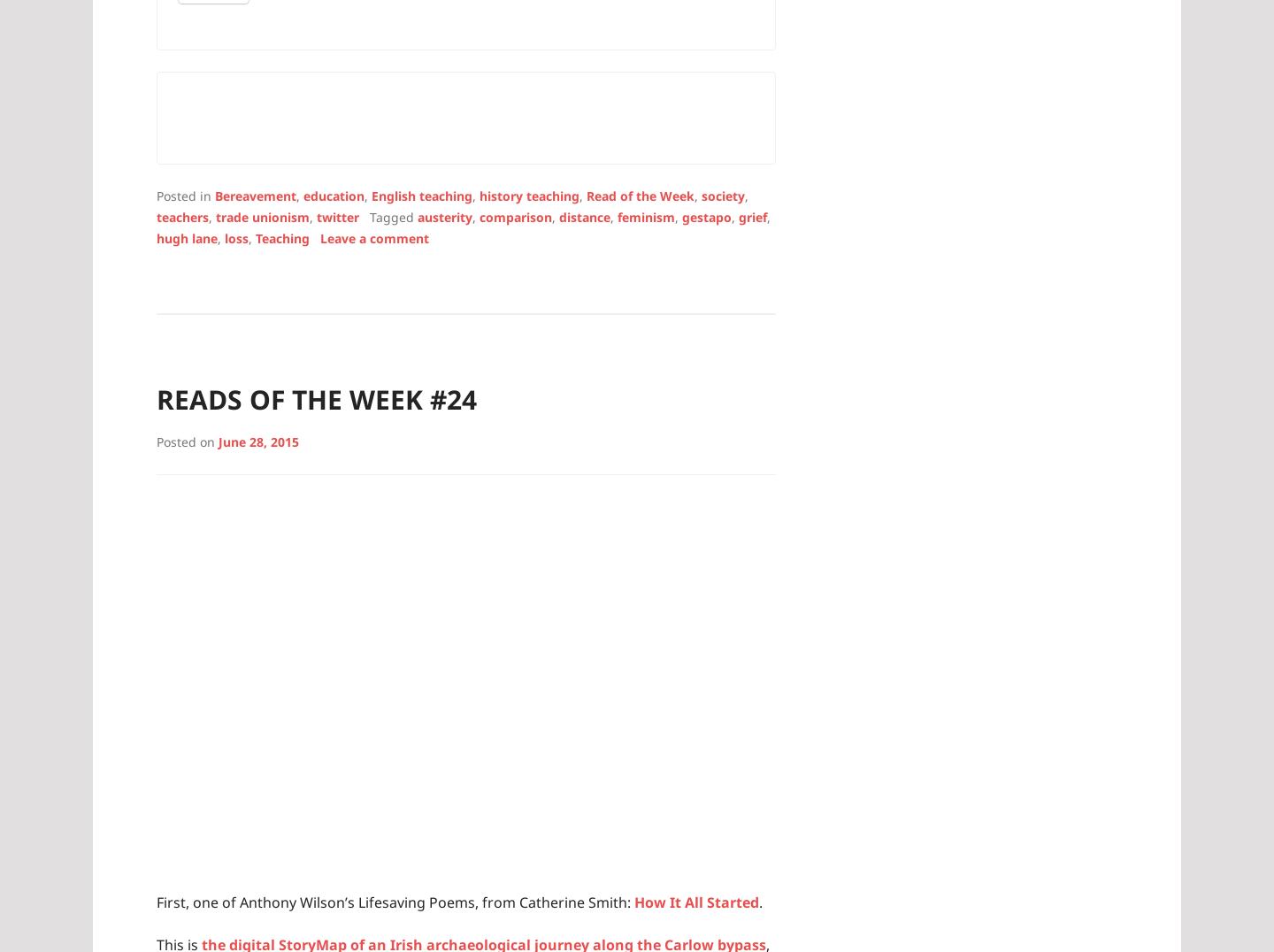 This screenshot has height=952, width=1274. What do you see at coordinates (257, 441) in the screenshot?
I see `'June 28, 2015'` at bounding box center [257, 441].